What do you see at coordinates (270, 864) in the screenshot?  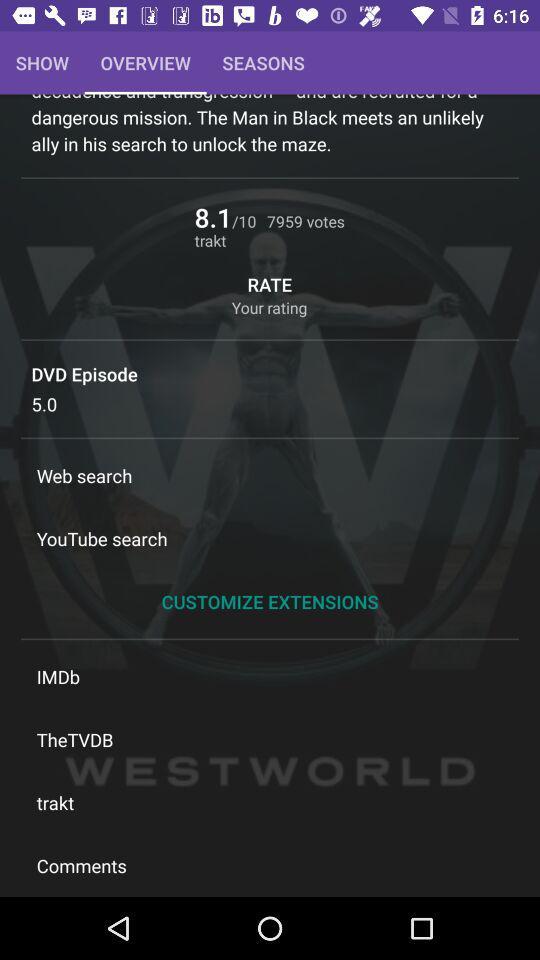 I see `the item below trakt` at bounding box center [270, 864].